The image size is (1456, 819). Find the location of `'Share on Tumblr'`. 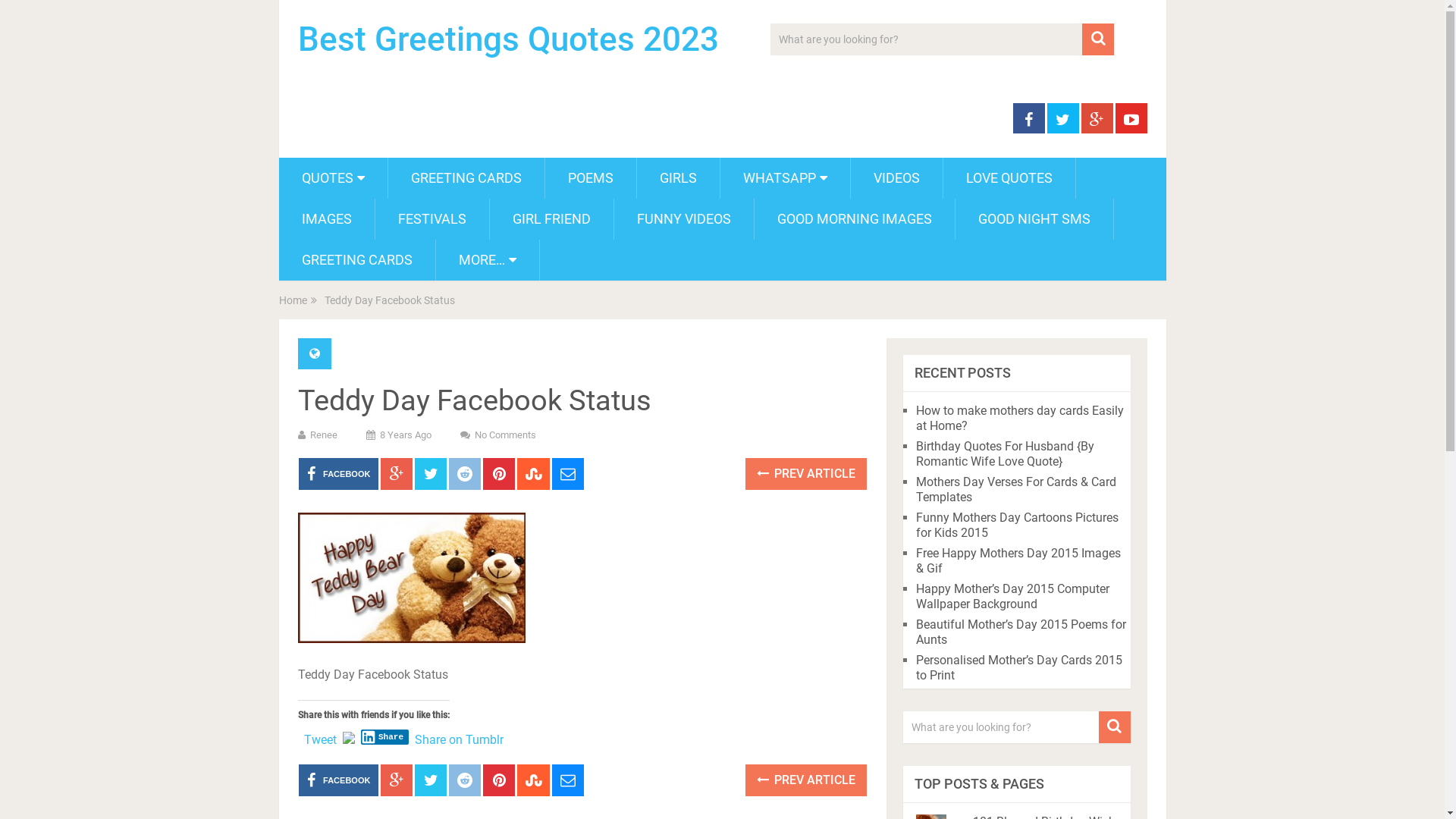

'Share on Tumblr' is located at coordinates (458, 736).